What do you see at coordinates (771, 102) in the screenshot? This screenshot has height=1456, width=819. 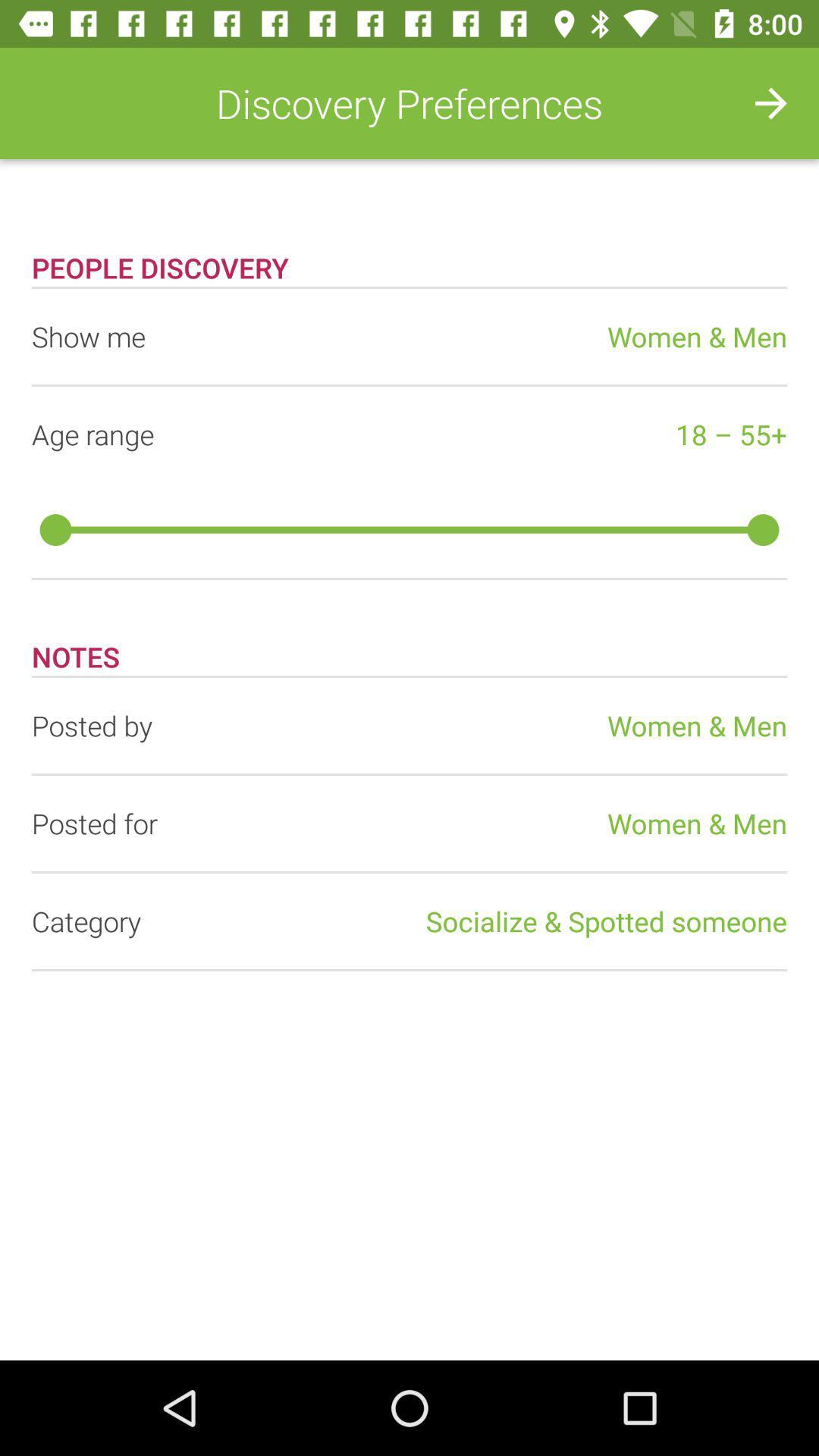 I see `item next to the discovery preferences item` at bounding box center [771, 102].